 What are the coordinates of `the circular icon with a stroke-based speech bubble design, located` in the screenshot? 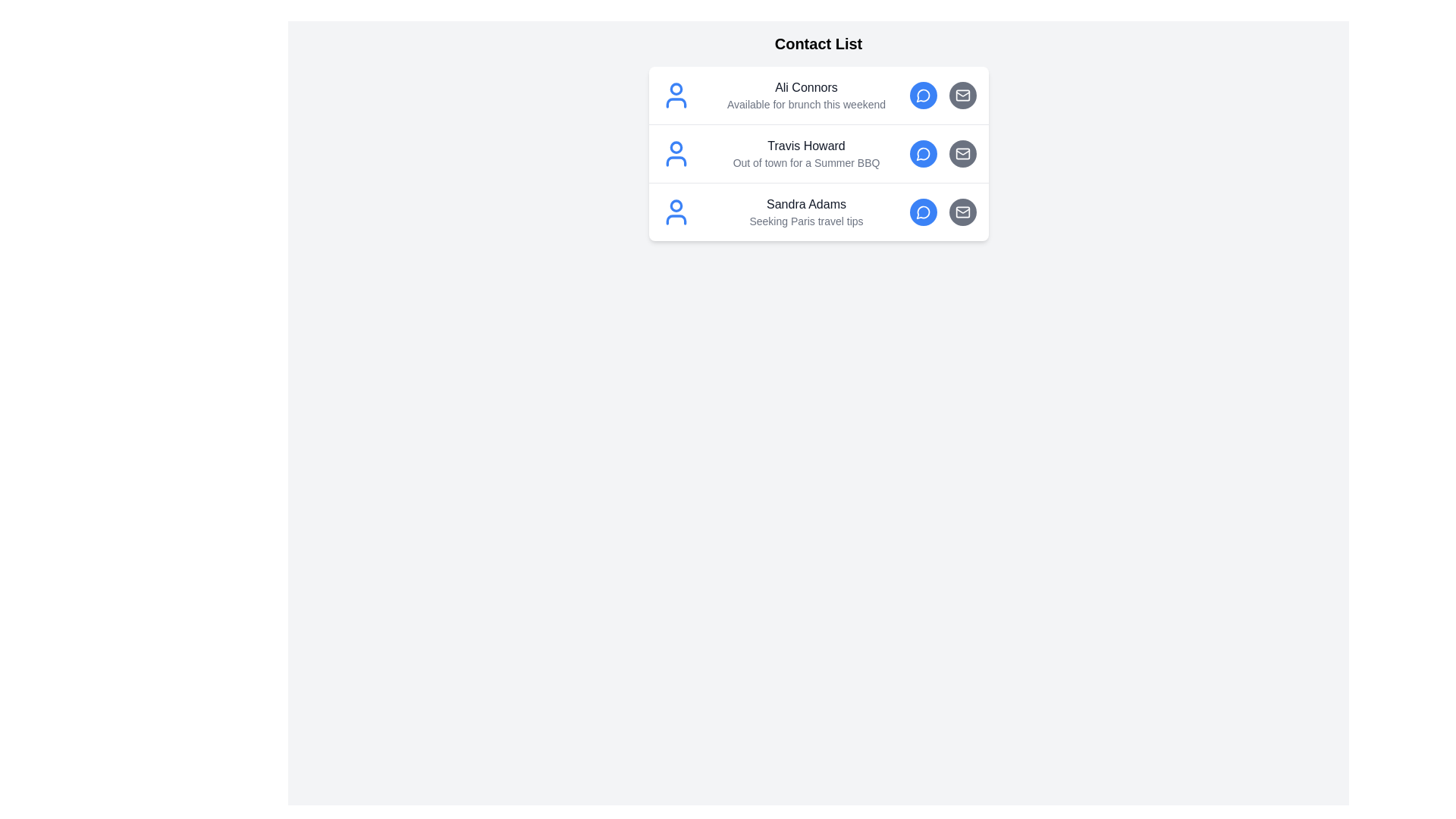 It's located at (922, 154).